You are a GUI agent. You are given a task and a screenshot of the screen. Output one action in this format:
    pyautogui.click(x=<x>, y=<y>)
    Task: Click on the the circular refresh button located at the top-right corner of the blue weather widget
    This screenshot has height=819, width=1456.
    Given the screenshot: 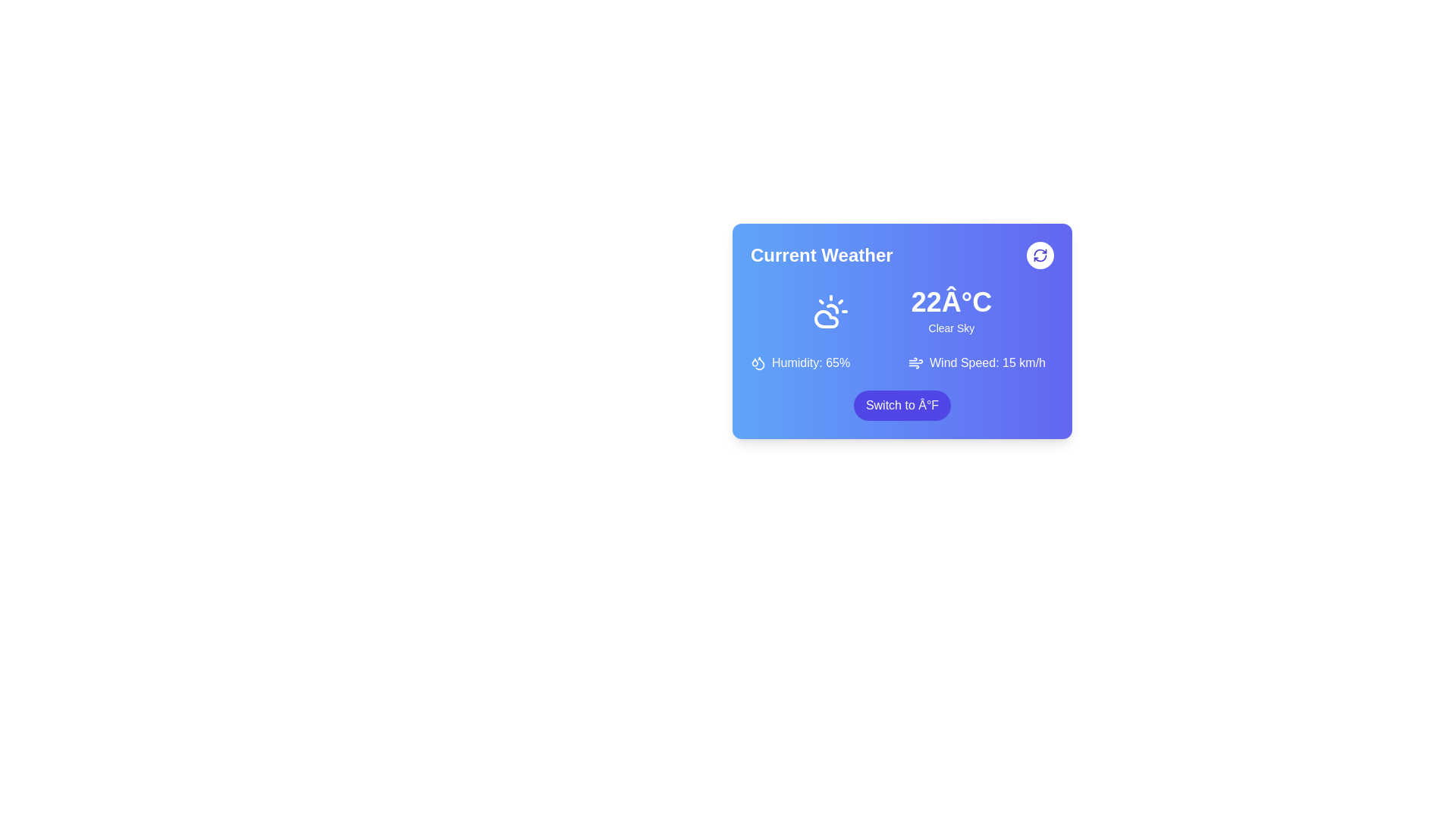 What is the action you would take?
    pyautogui.click(x=1040, y=254)
    